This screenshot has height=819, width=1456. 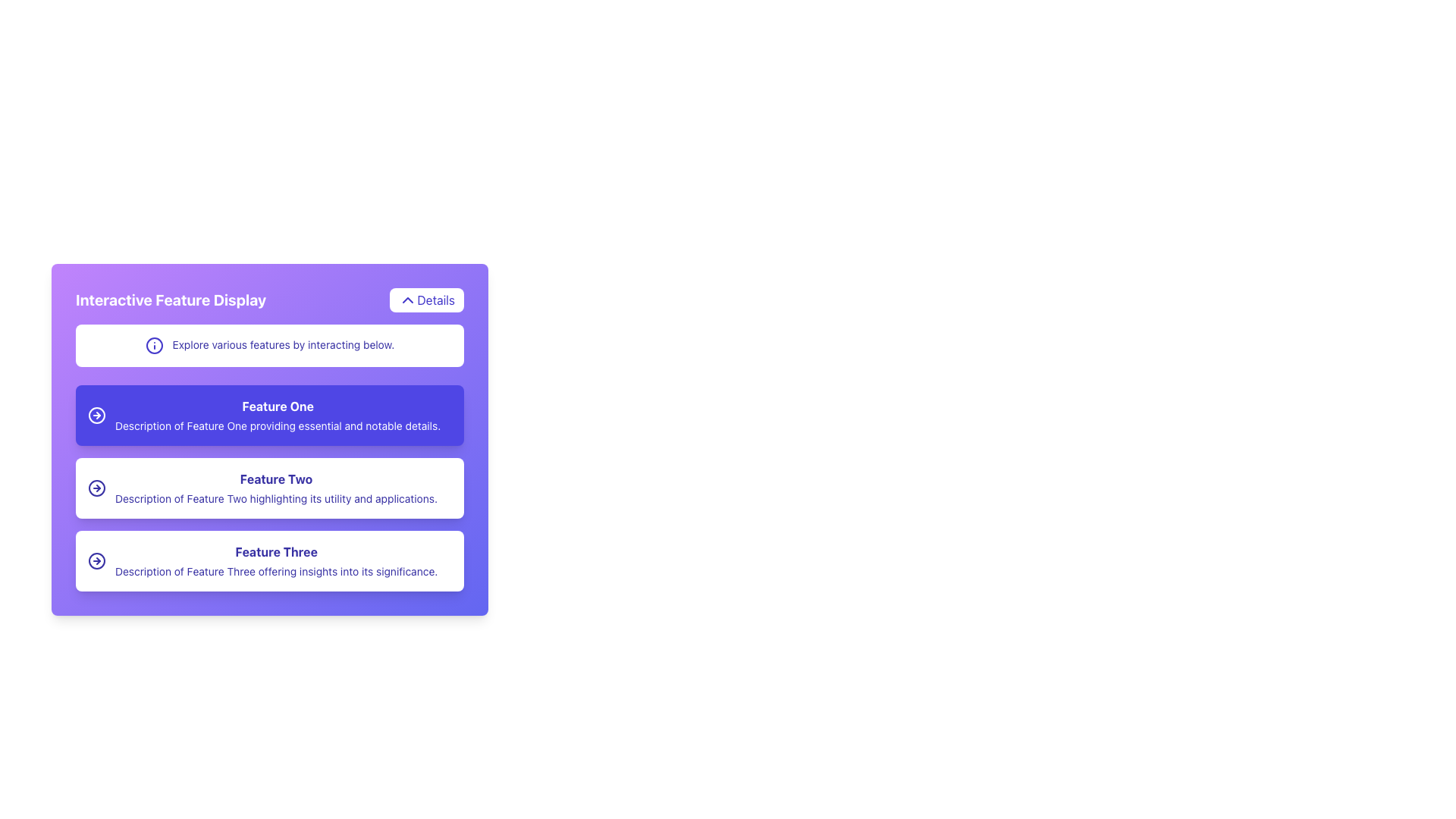 I want to click on the indigo circular icon with a vertical line and a dot above it, which is located to the left of the text 'Explore various features by interacting below.', so click(x=154, y=345).